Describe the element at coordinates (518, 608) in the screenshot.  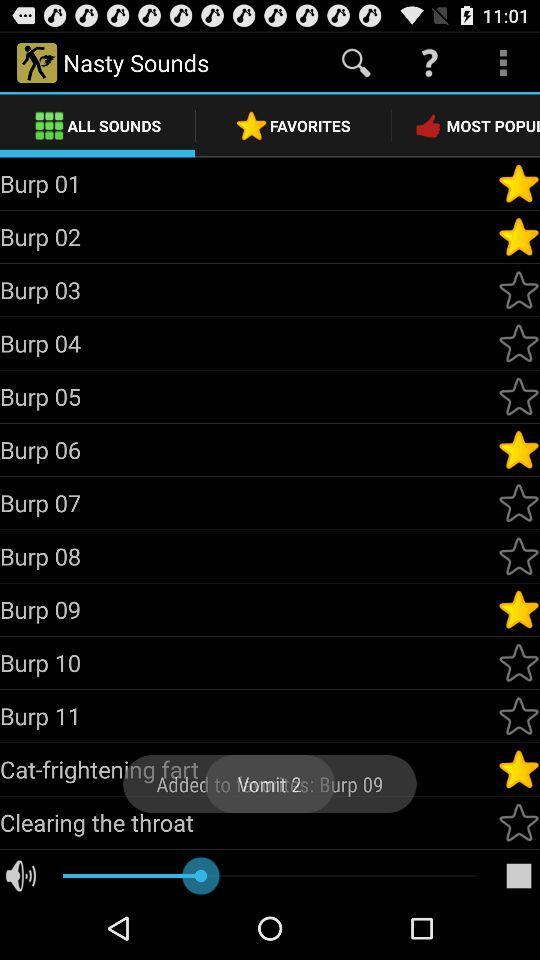
I see `very popular sound` at that location.